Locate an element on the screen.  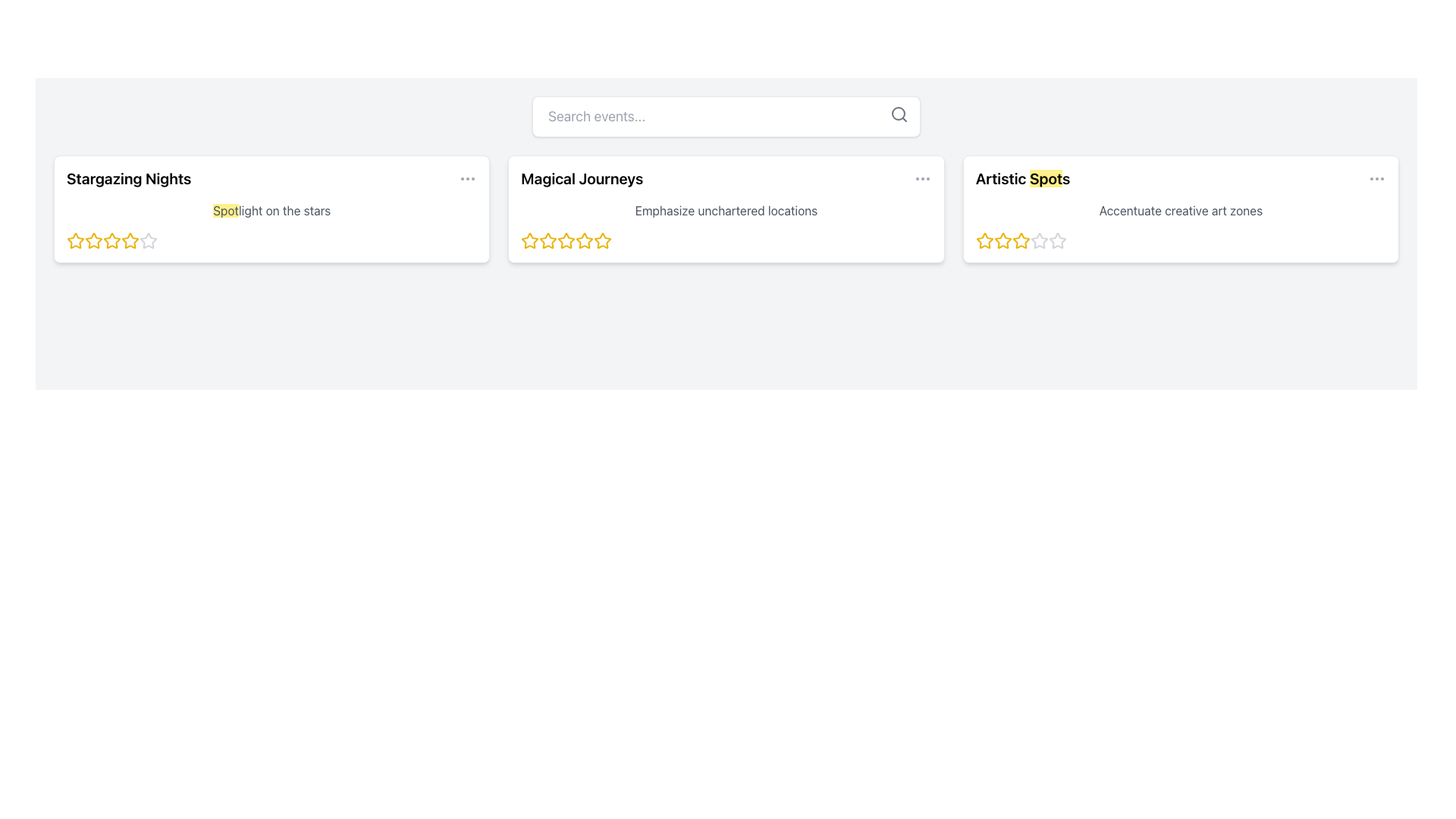
the highlighted star in the rating bar located below the text 'Accentuate creative art zones' within the 'Artistic Spots' card is located at coordinates (1179, 240).